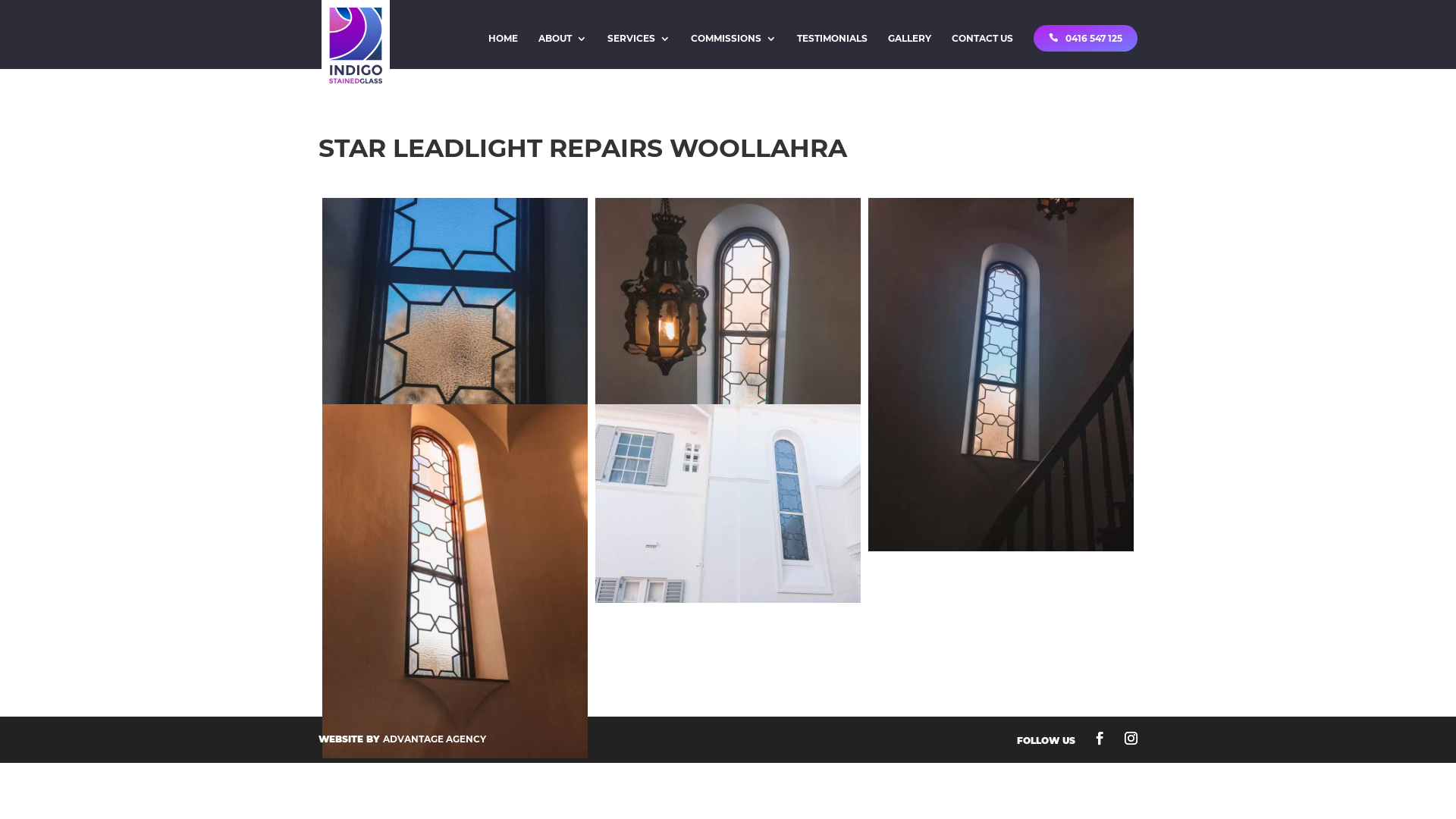 The width and height of the screenshot is (1456, 819). Describe the element at coordinates (831, 50) in the screenshot. I see `'TESTIMONIALS'` at that location.